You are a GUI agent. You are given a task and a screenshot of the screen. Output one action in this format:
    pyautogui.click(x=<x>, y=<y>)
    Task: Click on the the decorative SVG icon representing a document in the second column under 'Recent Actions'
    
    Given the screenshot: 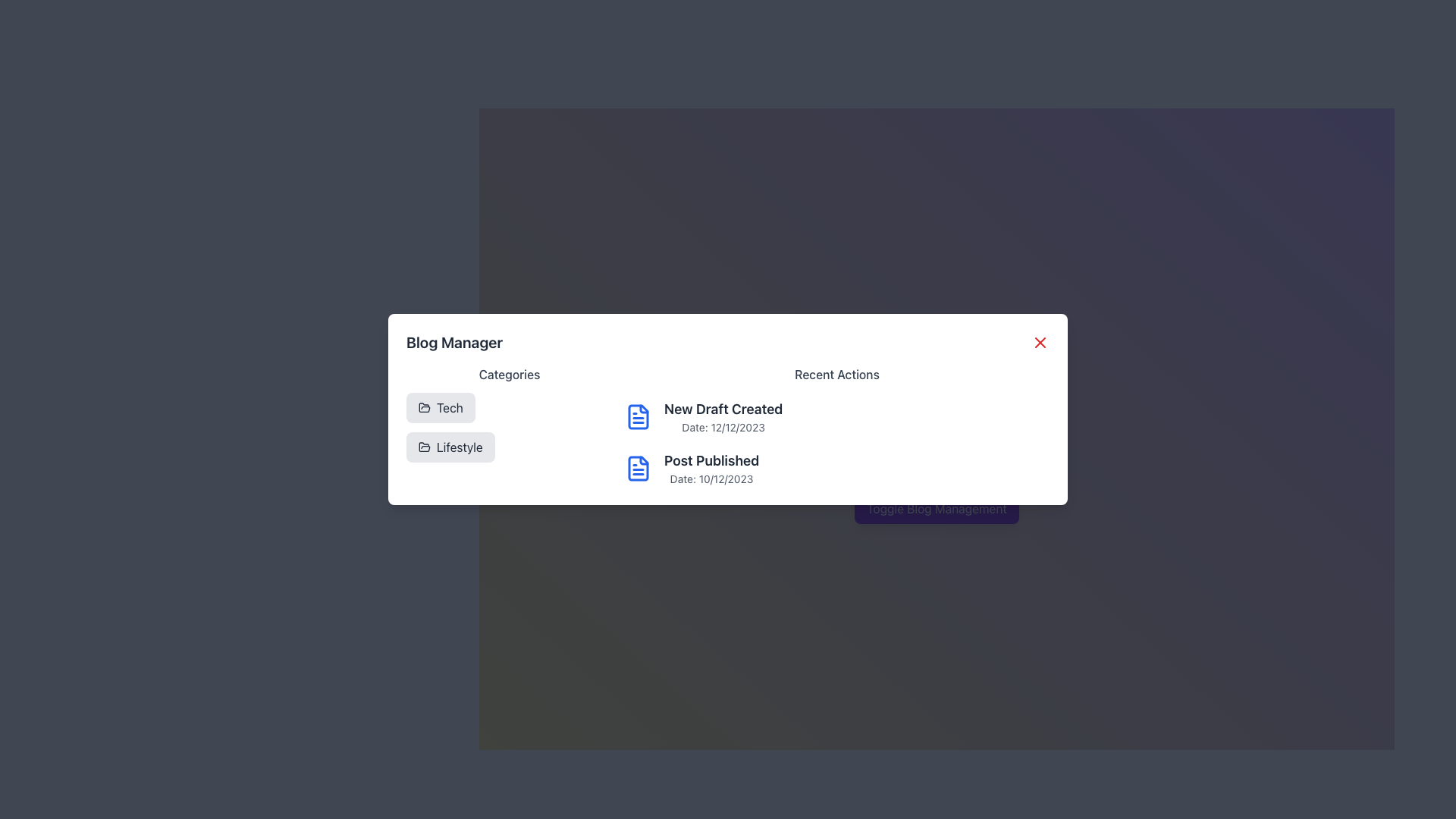 What is the action you would take?
    pyautogui.click(x=644, y=408)
    